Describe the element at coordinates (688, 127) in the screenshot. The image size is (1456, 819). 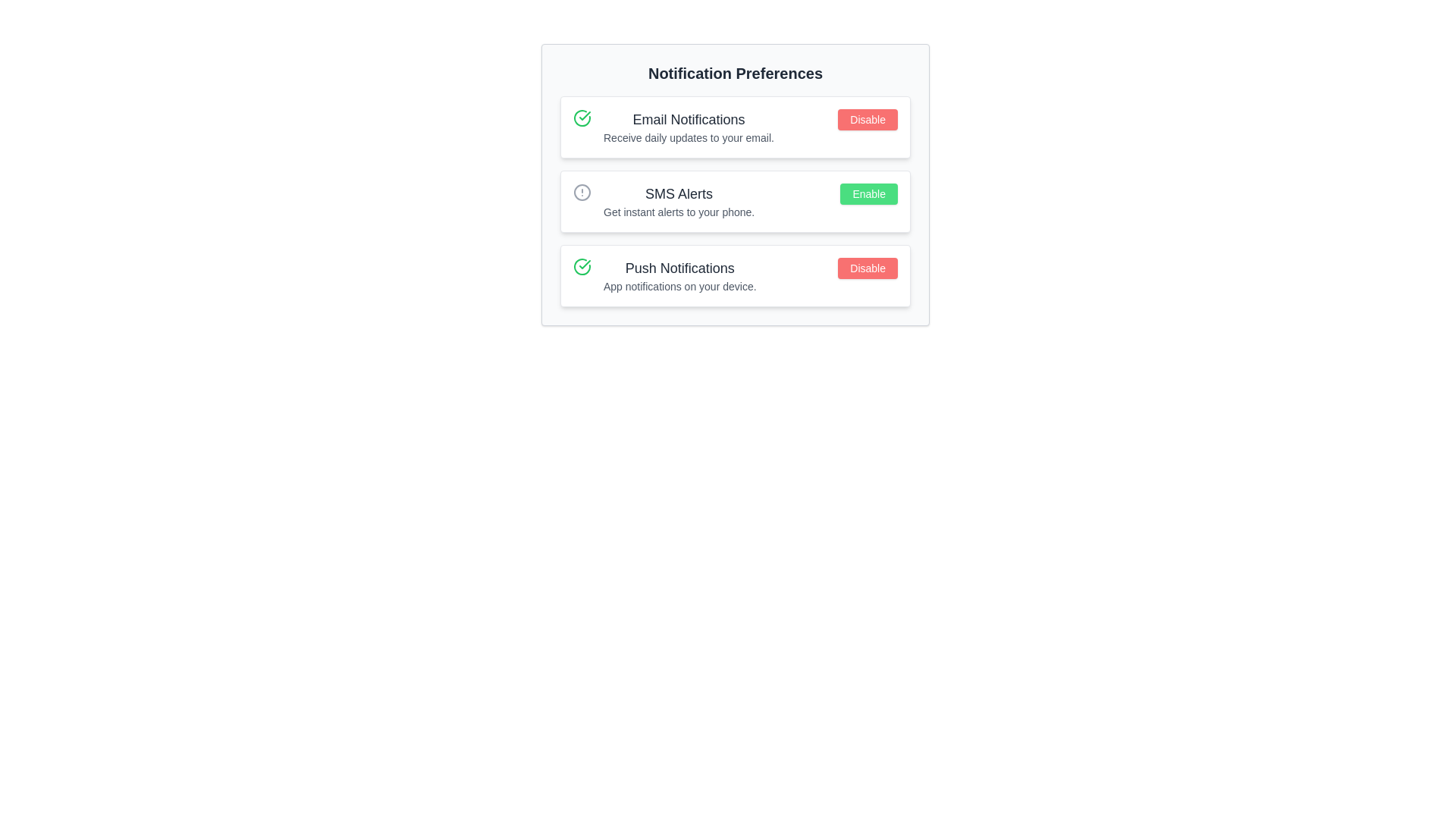
I see `text block titled 'Email Notifications' which contains the subtitle 'Receive daily updates to your email.'` at that location.